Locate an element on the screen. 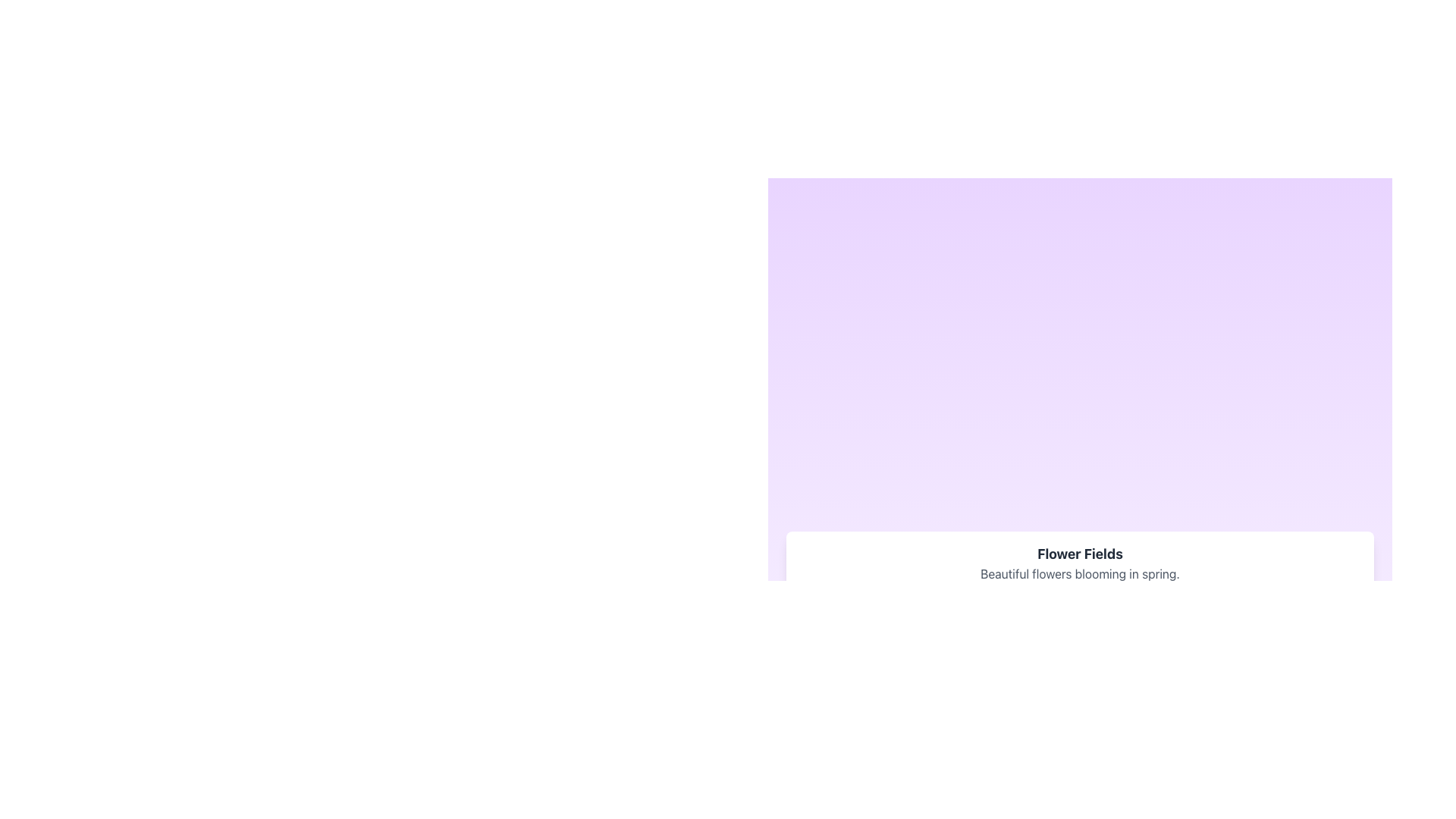 Image resolution: width=1456 pixels, height=819 pixels. the circular zoom-in button located at the top right of the description section to zoom in the content is located at coordinates (1347, 531).